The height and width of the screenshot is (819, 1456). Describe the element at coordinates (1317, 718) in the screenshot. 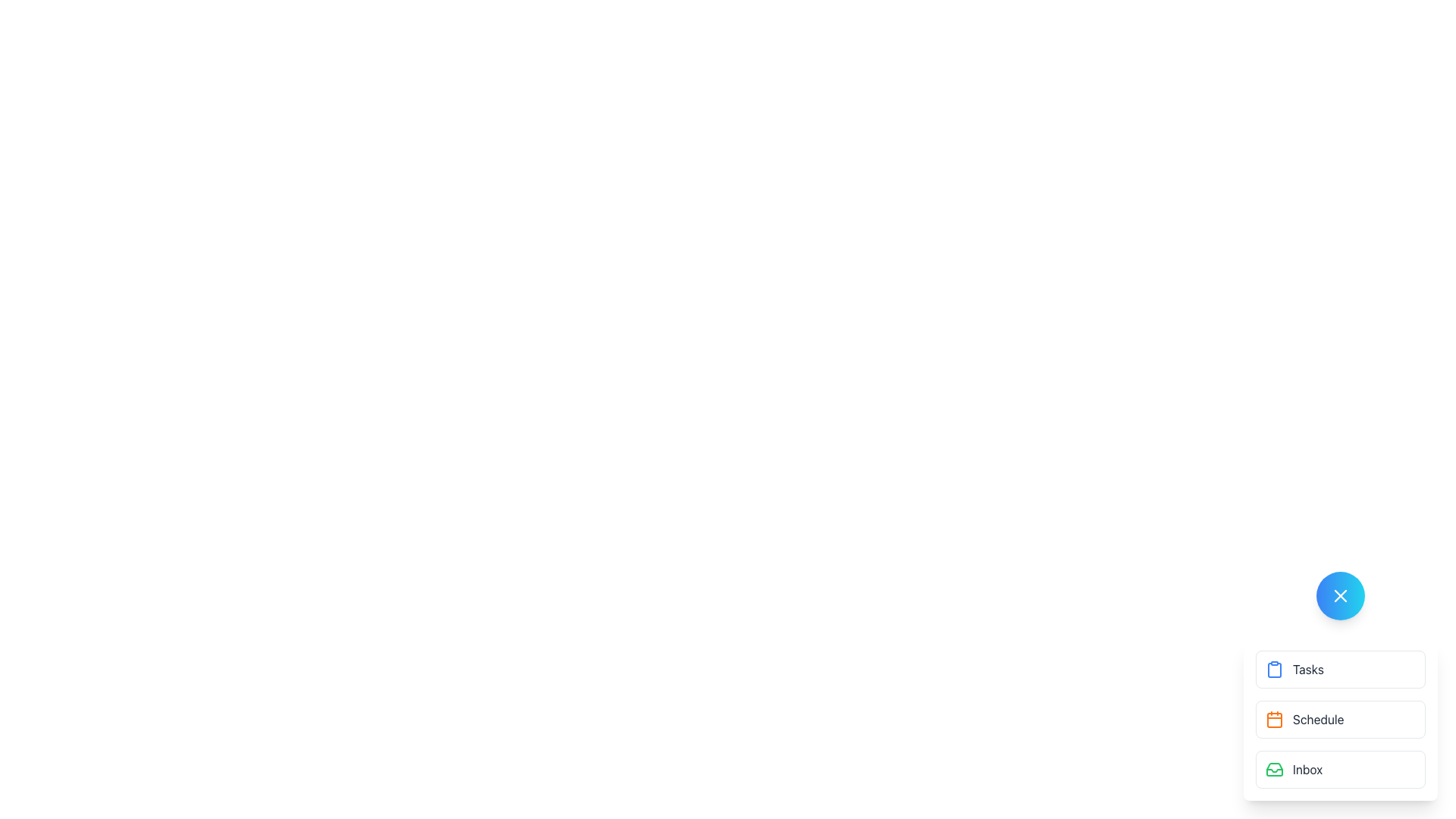

I see `the 'Schedule' text label, which is styled in dark gray and positioned in the middle of a light background section, next to an orange calendar icon` at that location.